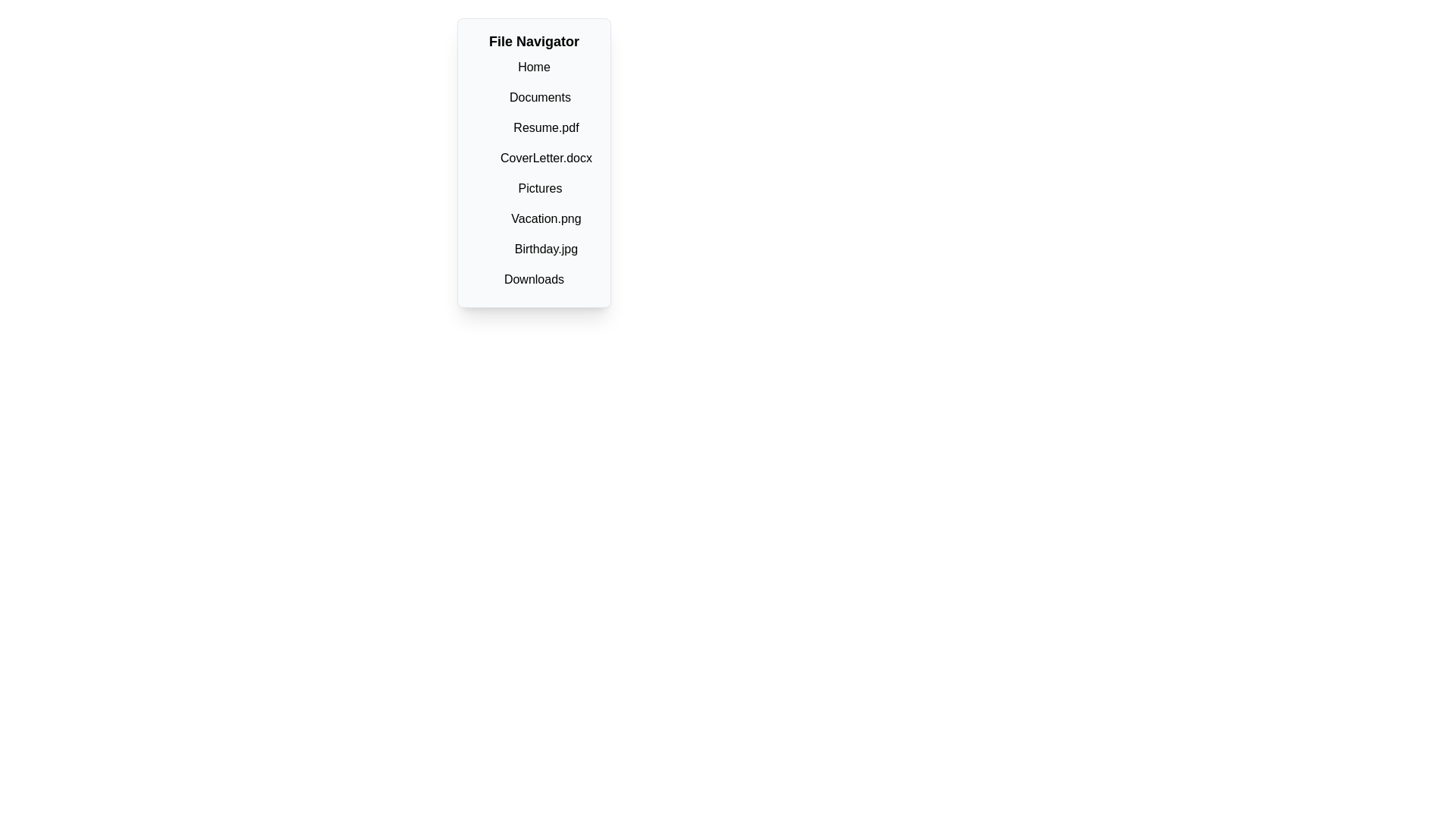  What do you see at coordinates (546, 218) in the screenshot?
I see `the text label representing the file named 'Vacation.png'` at bounding box center [546, 218].